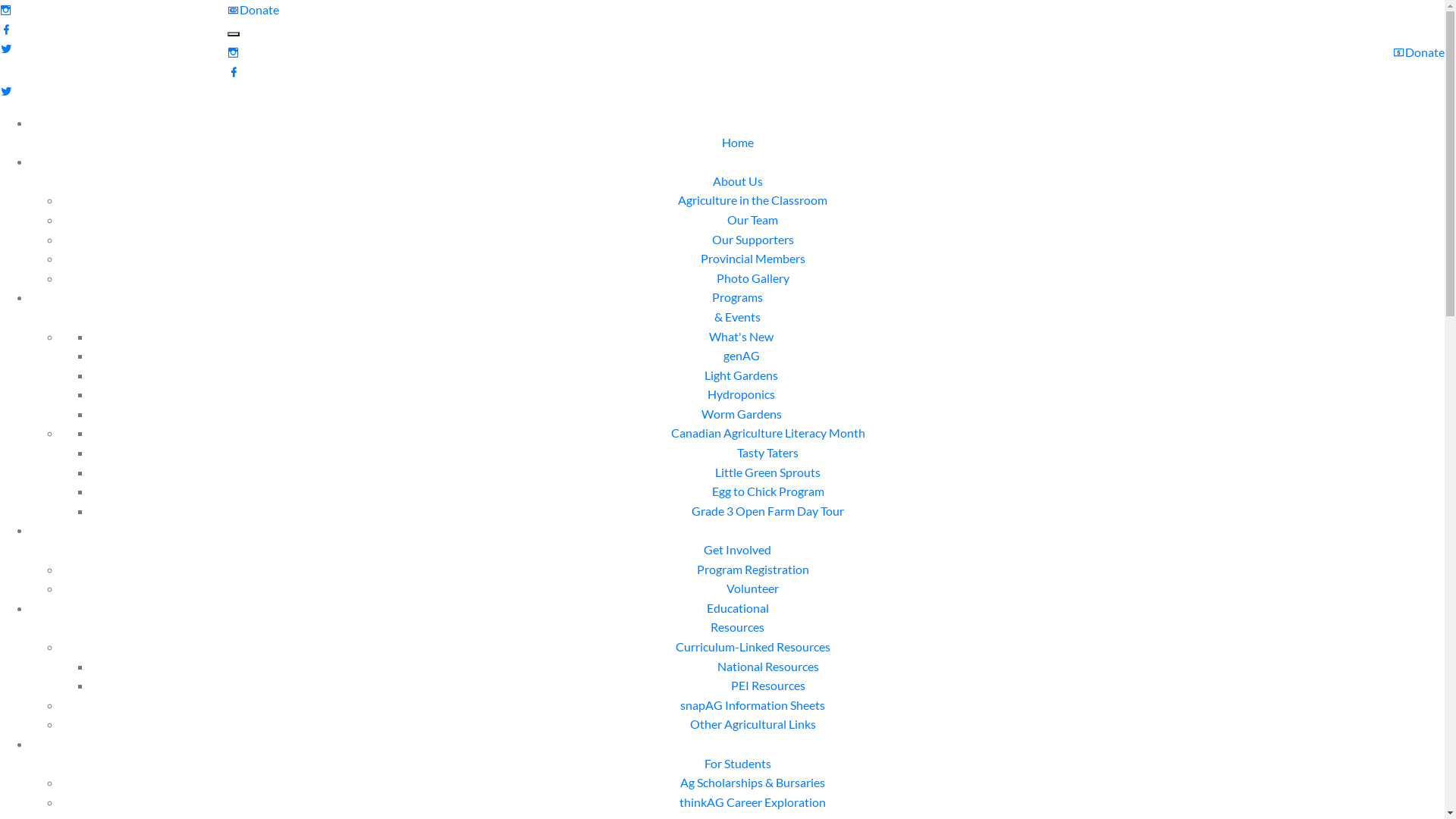  What do you see at coordinates (738, 152) in the screenshot?
I see `'Home'` at bounding box center [738, 152].